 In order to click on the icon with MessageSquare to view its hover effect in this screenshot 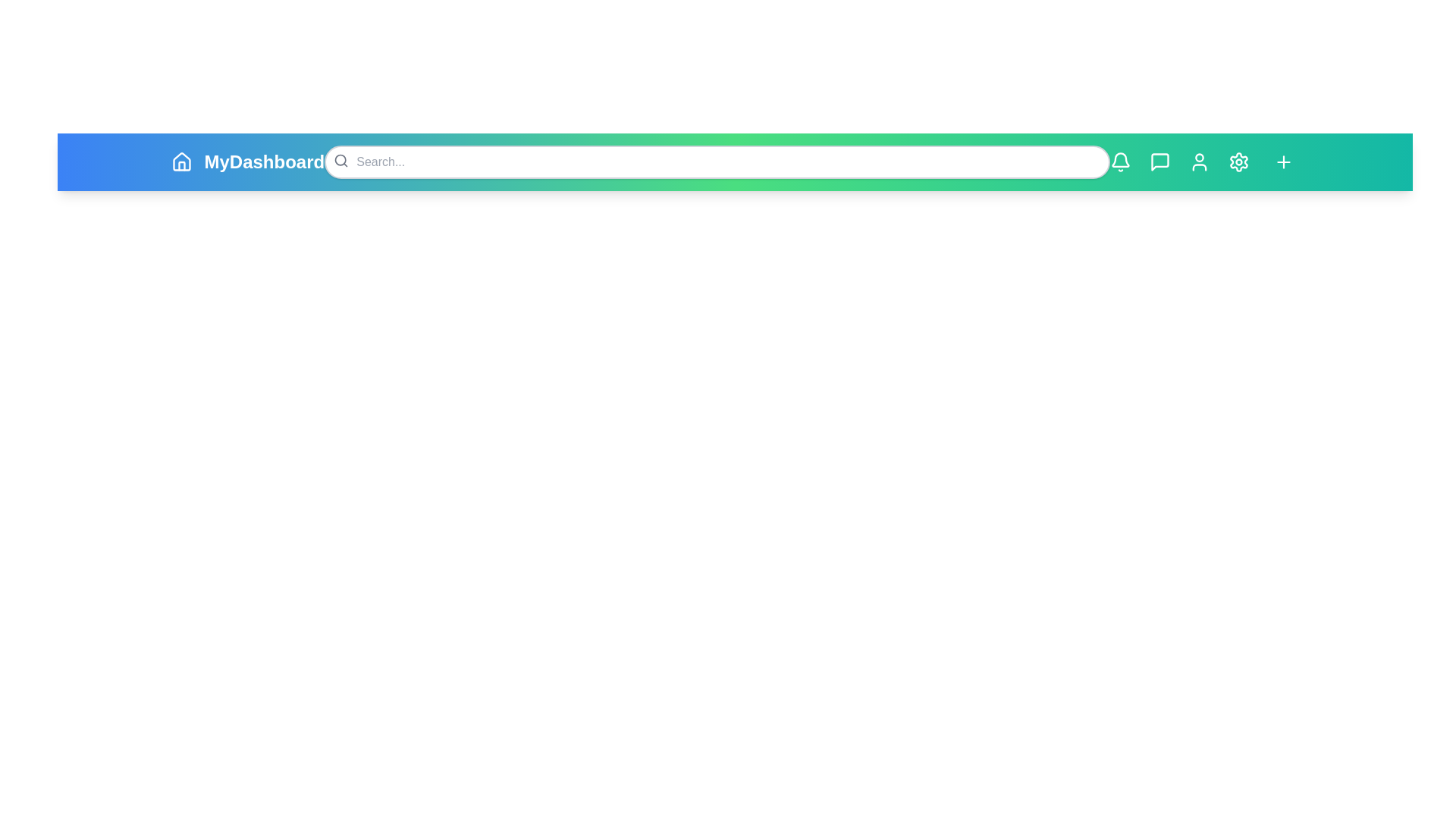, I will do `click(1159, 162)`.